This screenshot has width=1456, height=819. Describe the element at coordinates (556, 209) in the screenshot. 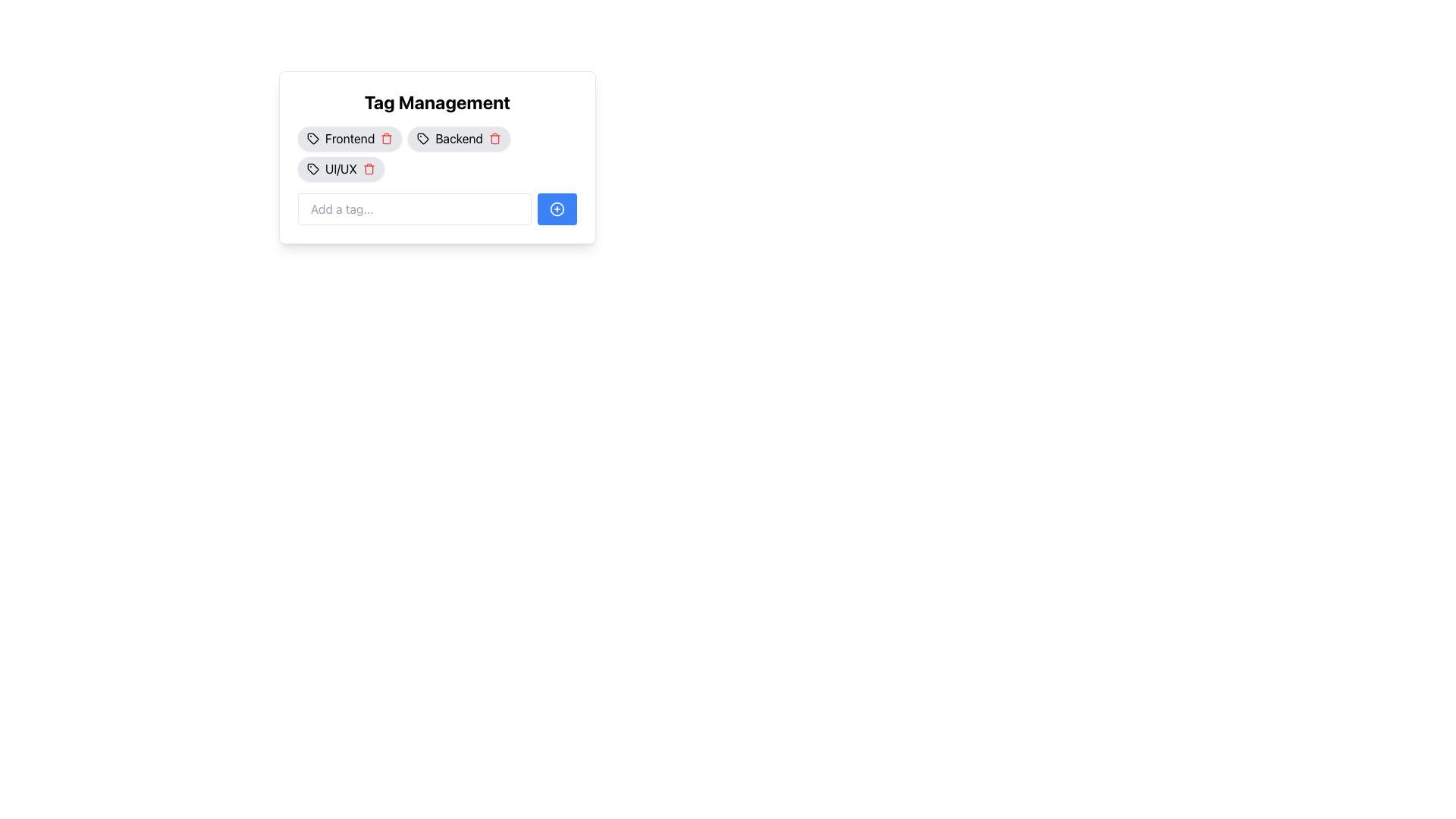

I see `the circular button with a blue background located at the bottom-right corner of the tag management interface` at that location.